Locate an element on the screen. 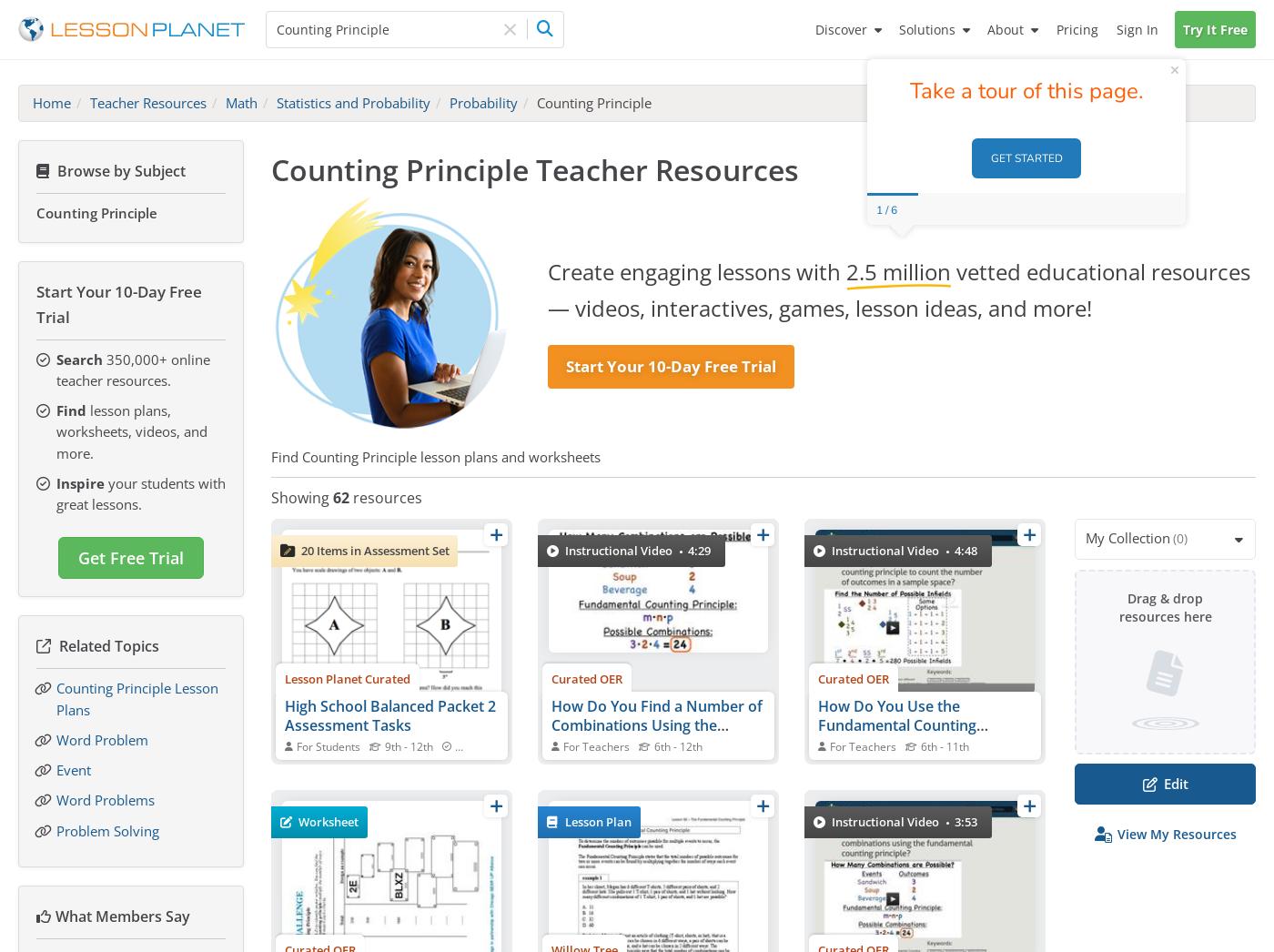 The height and width of the screenshot is (952, 1274). 'Teacher Resources' is located at coordinates (147, 101).